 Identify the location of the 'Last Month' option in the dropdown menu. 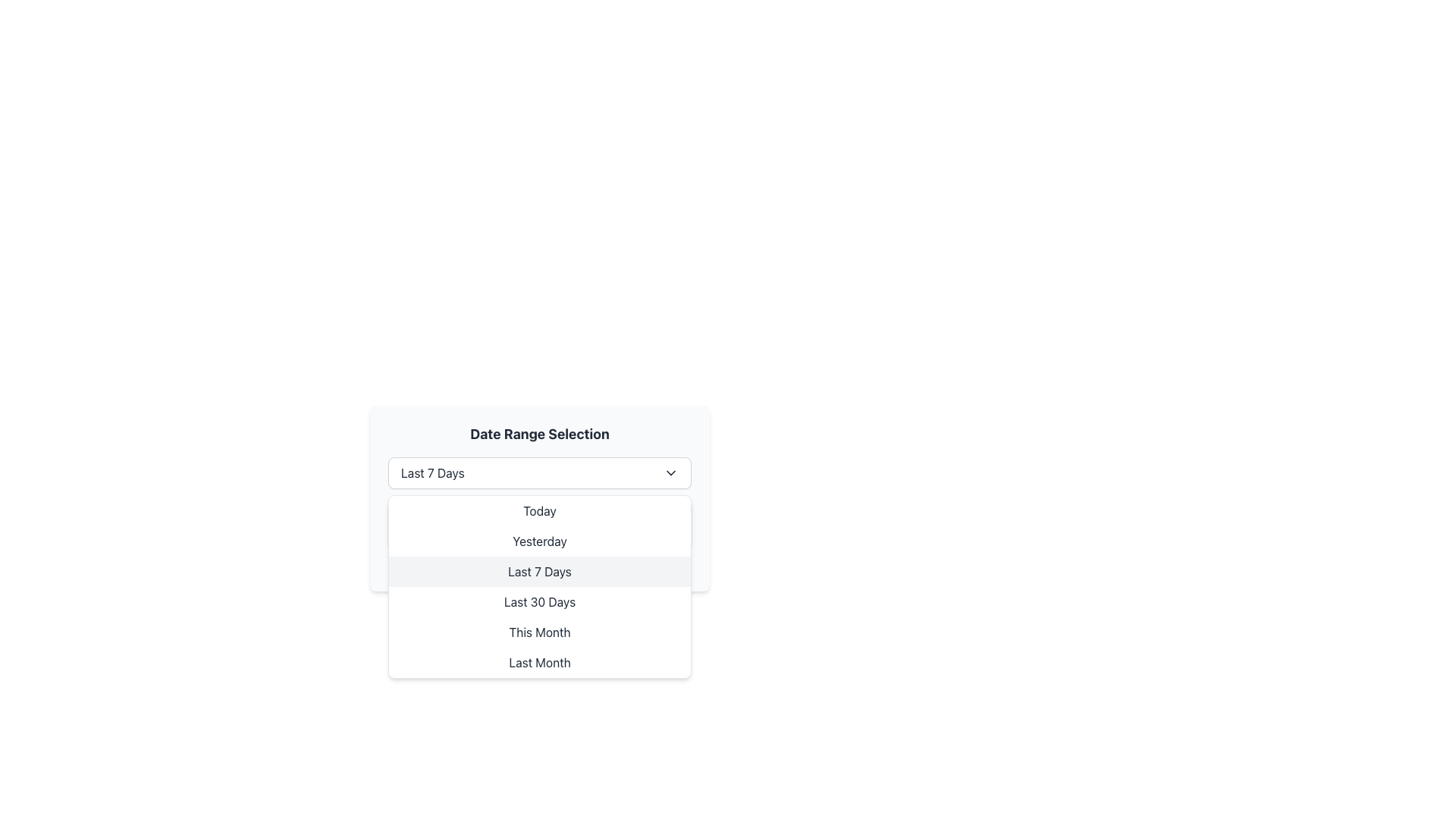
(539, 662).